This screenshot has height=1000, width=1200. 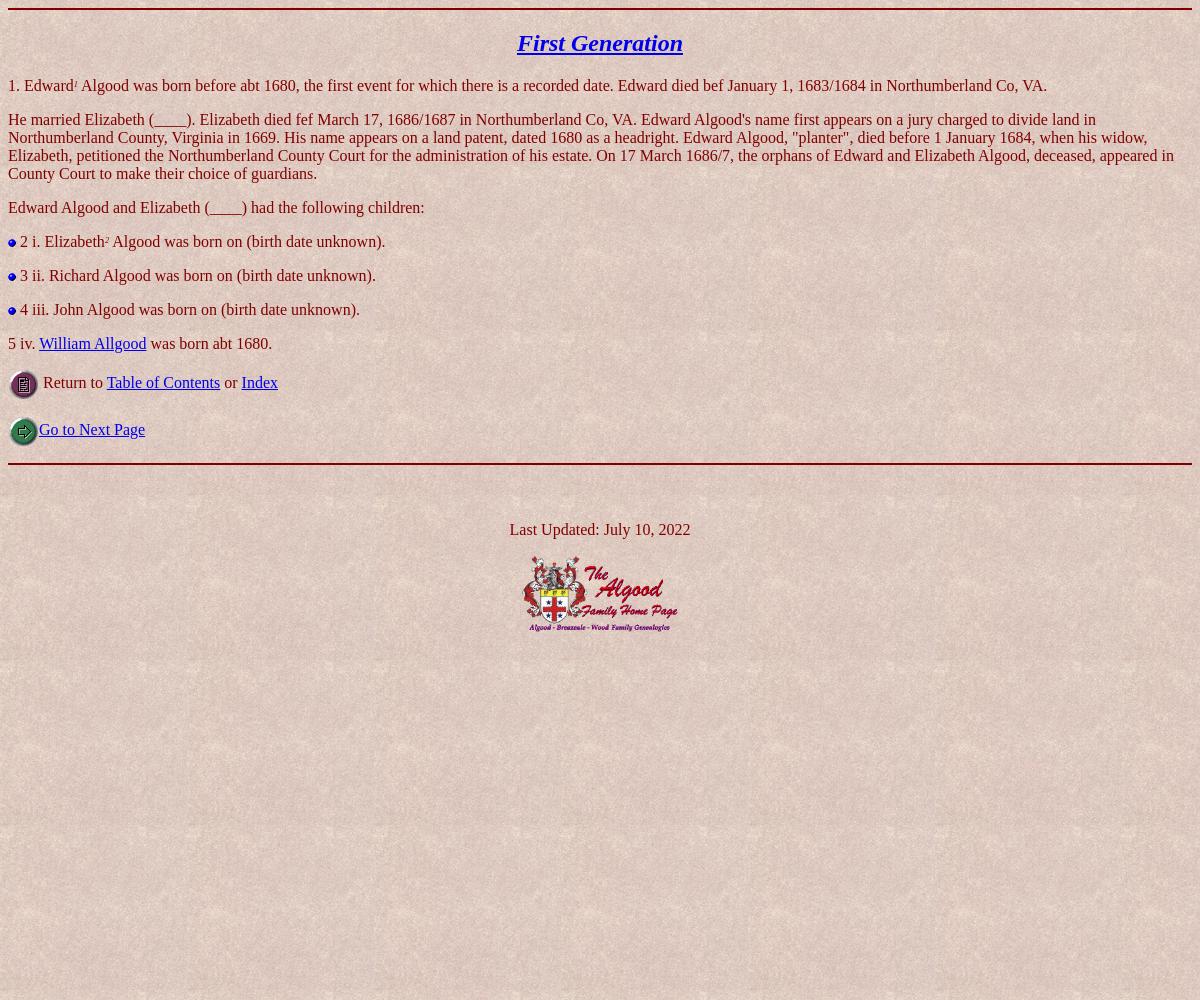 What do you see at coordinates (598, 528) in the screenshot?
I see `'Last Updated:  July 10, 2022'` at bounding box center [598, 528].